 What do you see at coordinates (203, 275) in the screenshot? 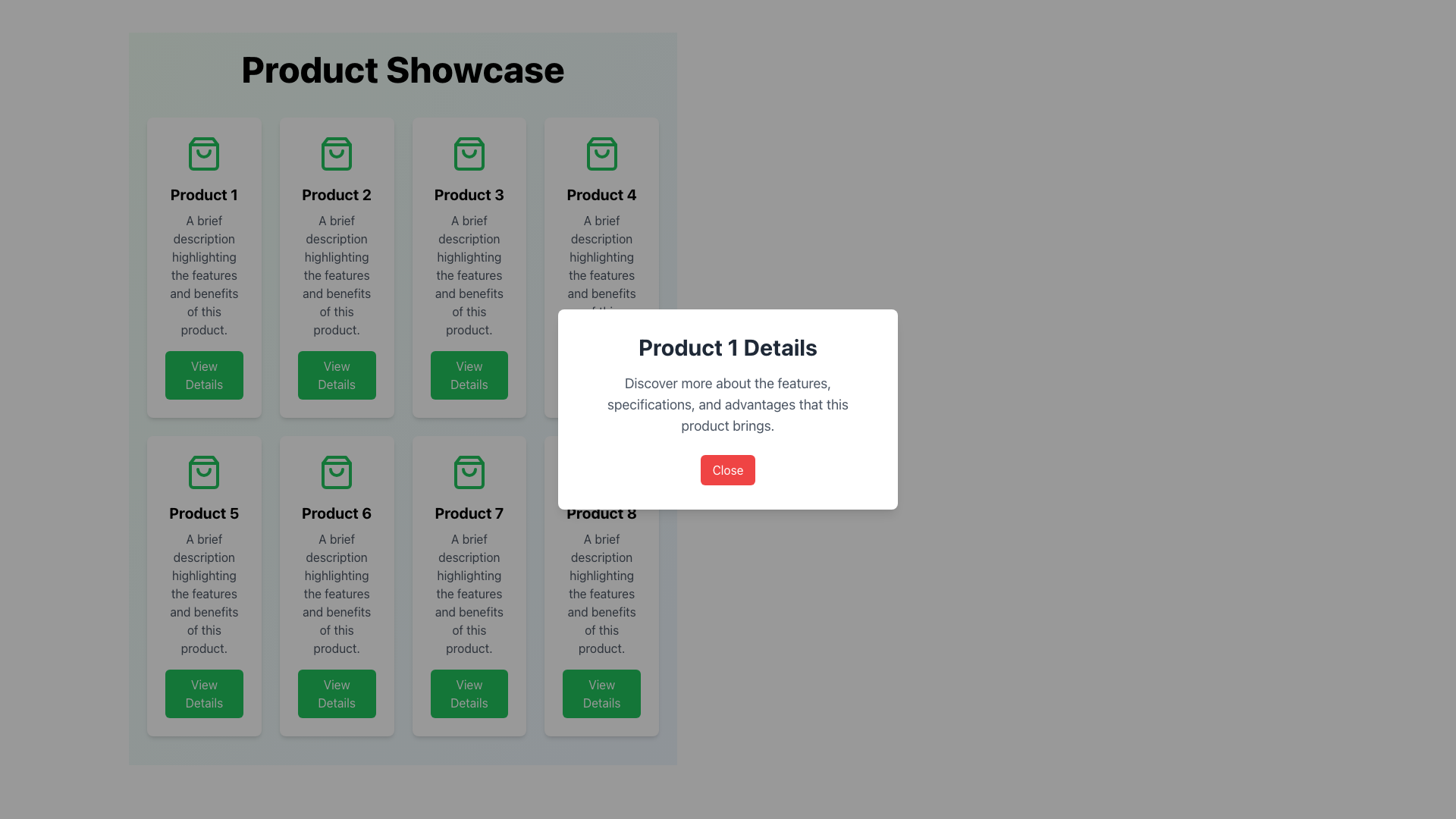
I see `text content styled in light gray color located in the second section of the card layout for 'Product 1', which highlights the features and benefits of the product` at bounding box center [203, 275].